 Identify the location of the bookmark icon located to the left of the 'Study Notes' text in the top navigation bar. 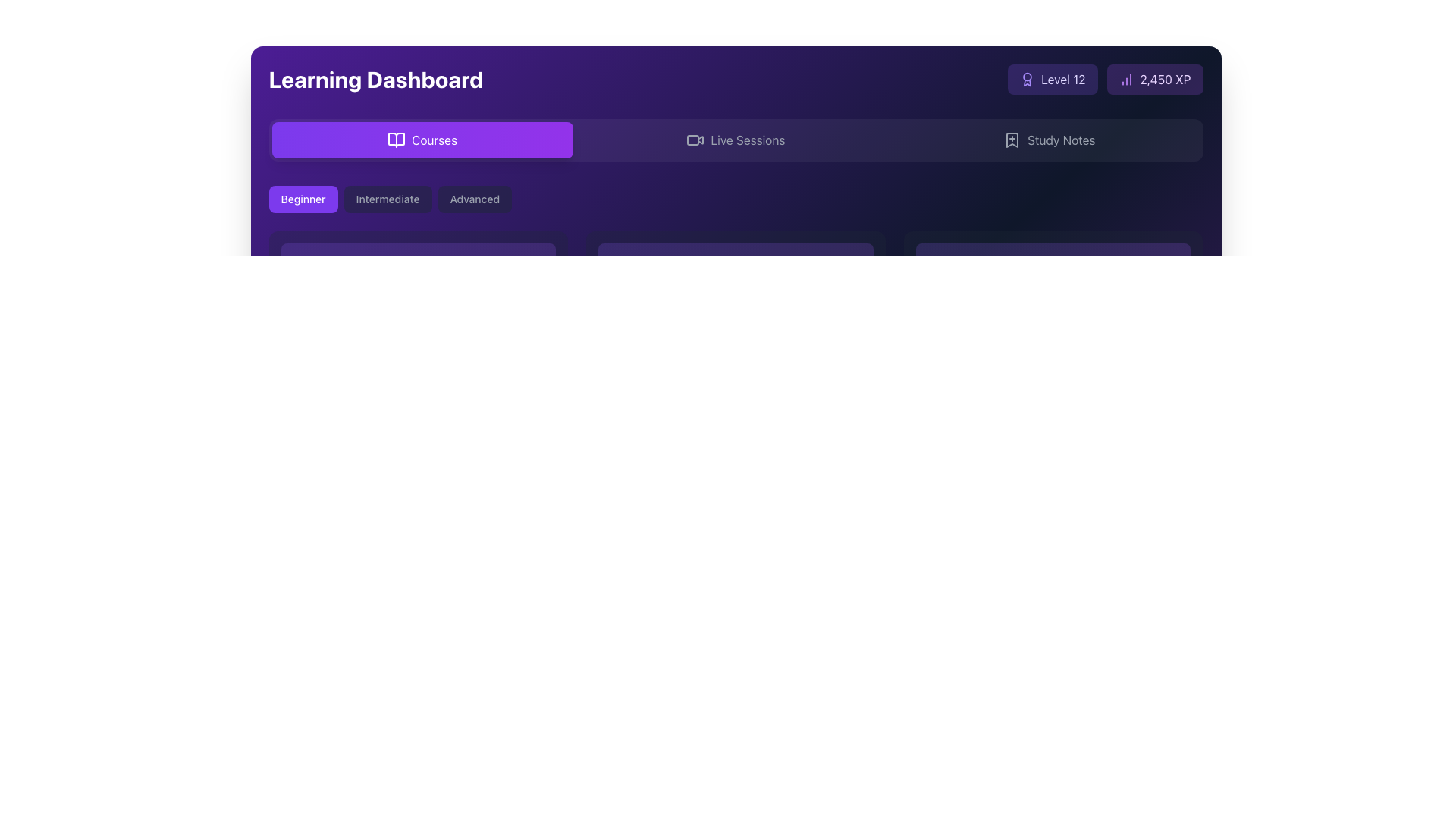
(1012, 140).